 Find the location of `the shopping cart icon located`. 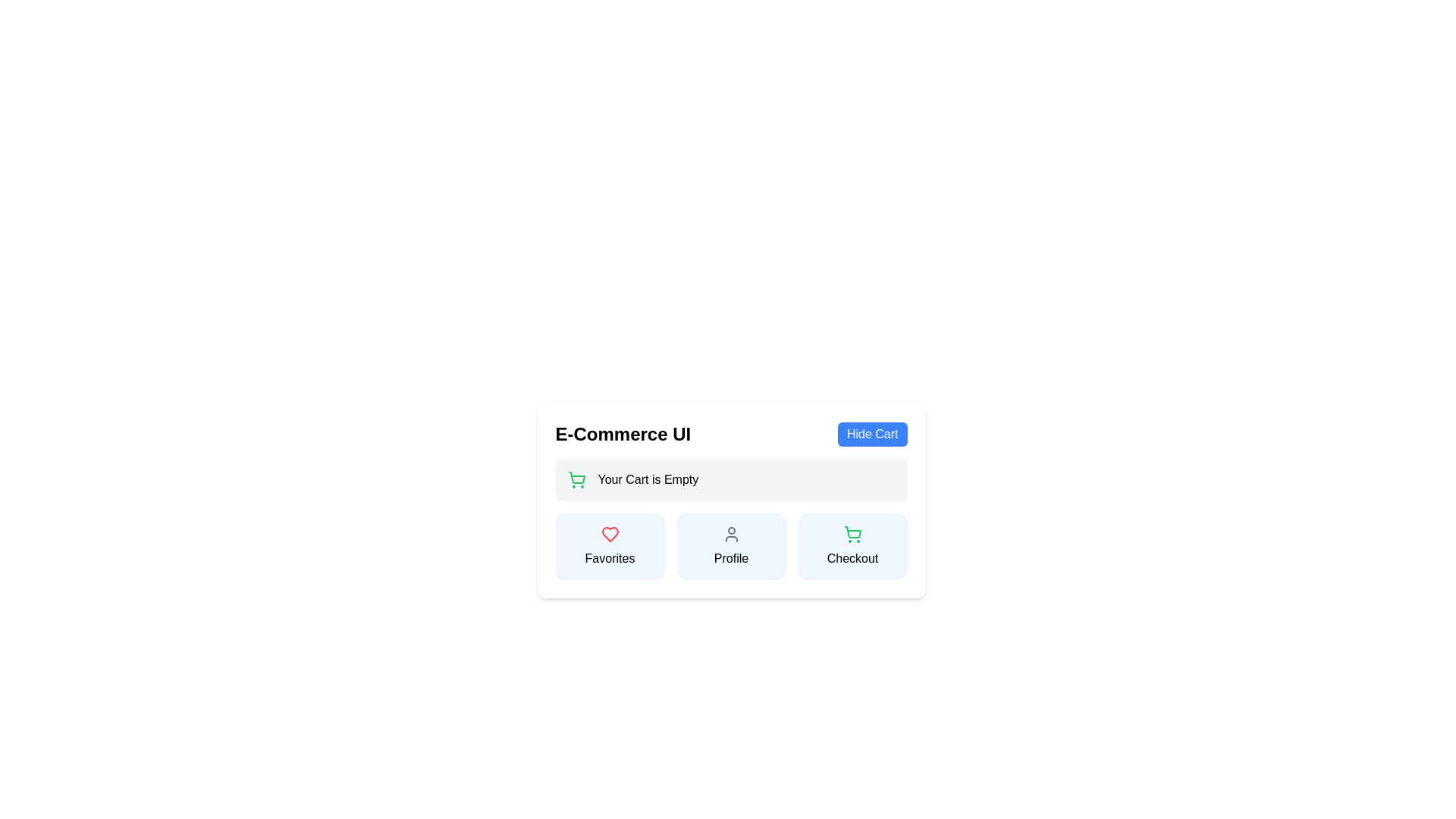

the shopping cart icon located is located at coordinates (852, 532).